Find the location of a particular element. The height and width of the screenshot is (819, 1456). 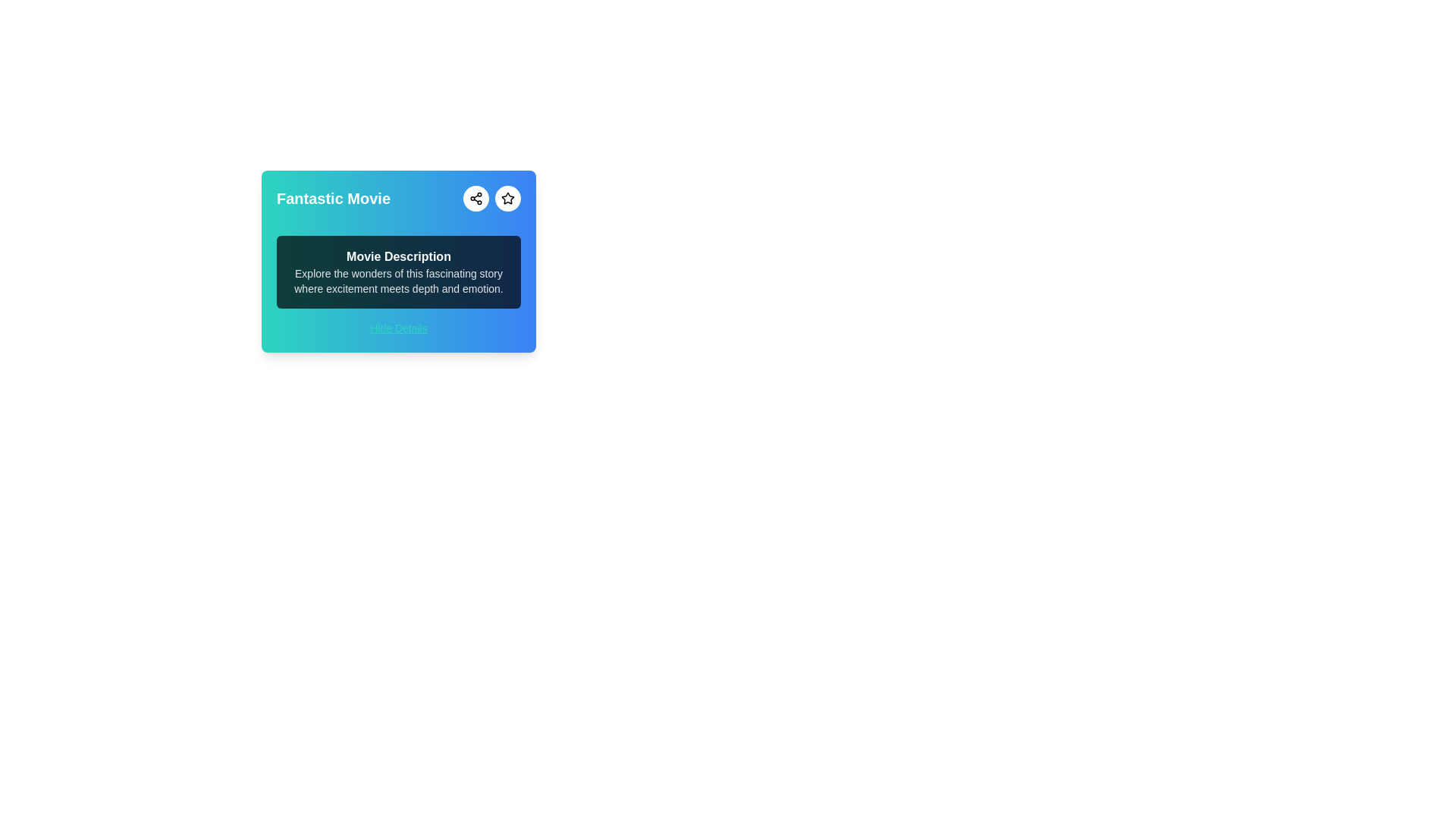

the content of the descriptive text block located below the title 'Fantastic Movie' and above the link 'Hide Details' is located at coordinates (399, 271).